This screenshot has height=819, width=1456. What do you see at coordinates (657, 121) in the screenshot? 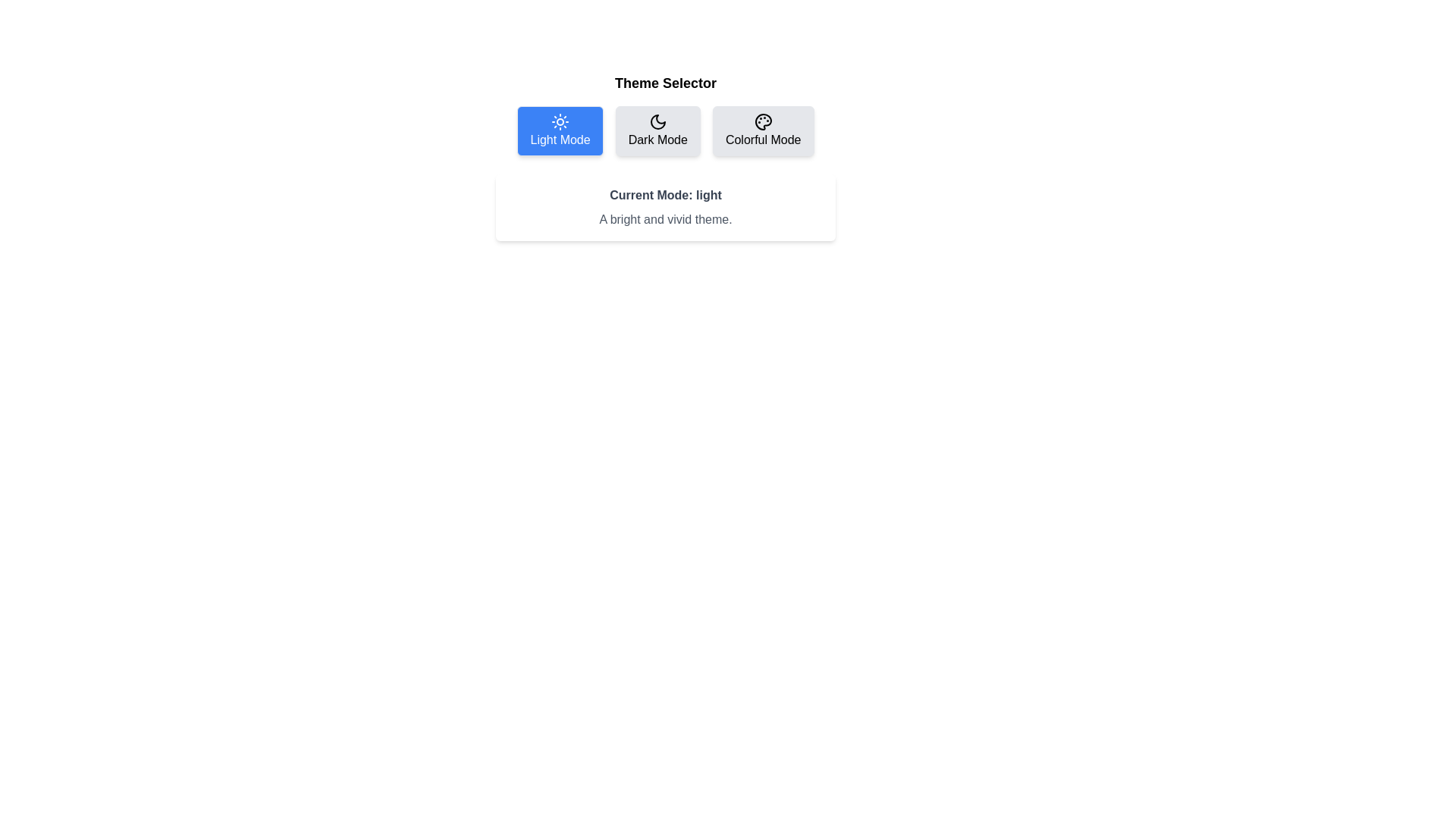
I see `the dark mode icon, which is the second icon in the row of options titled 'Dark Mode'` at bounding box center [657, 121].